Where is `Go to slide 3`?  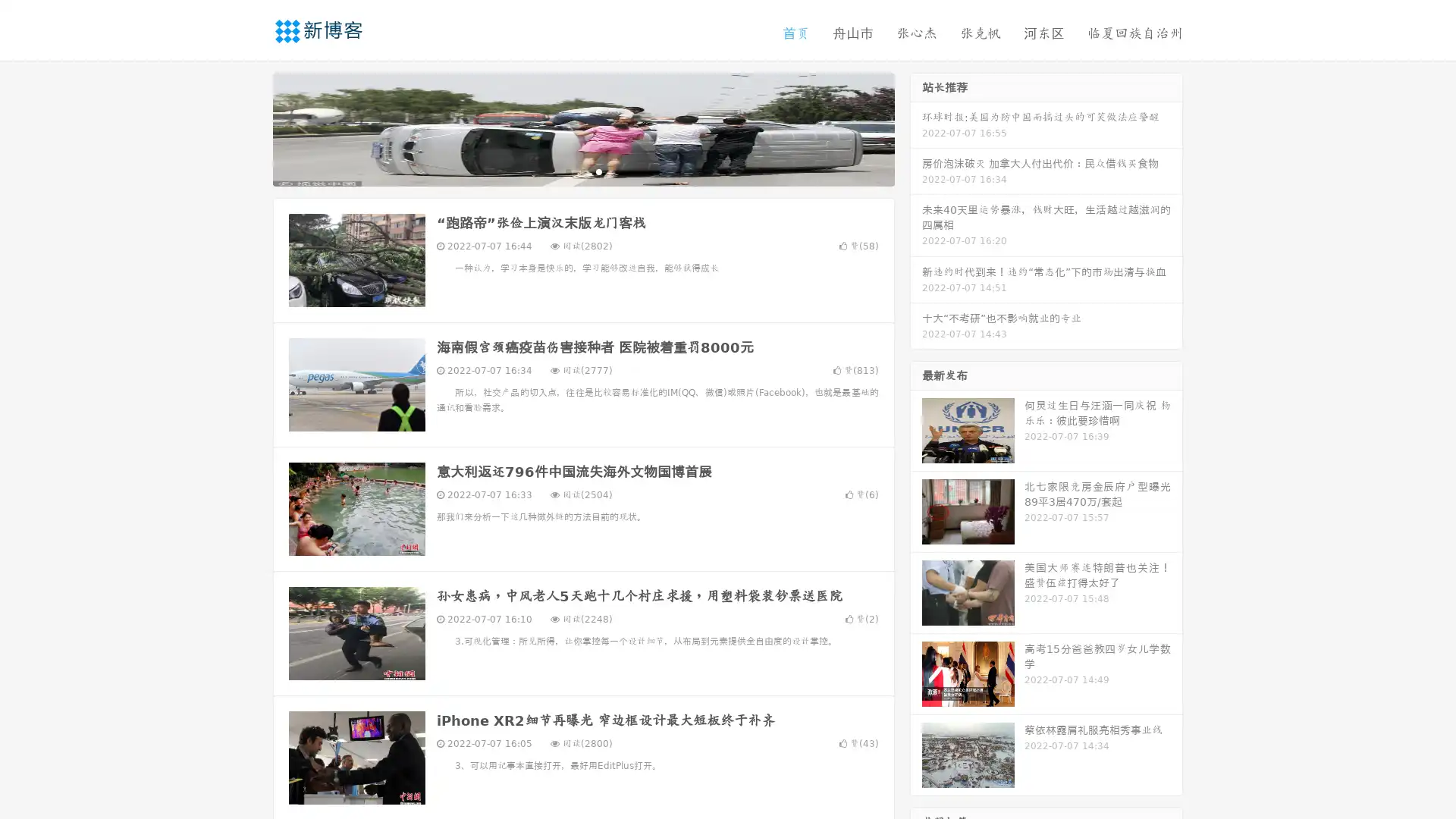
Go to slide 3 is located at coordinates (598, 171).